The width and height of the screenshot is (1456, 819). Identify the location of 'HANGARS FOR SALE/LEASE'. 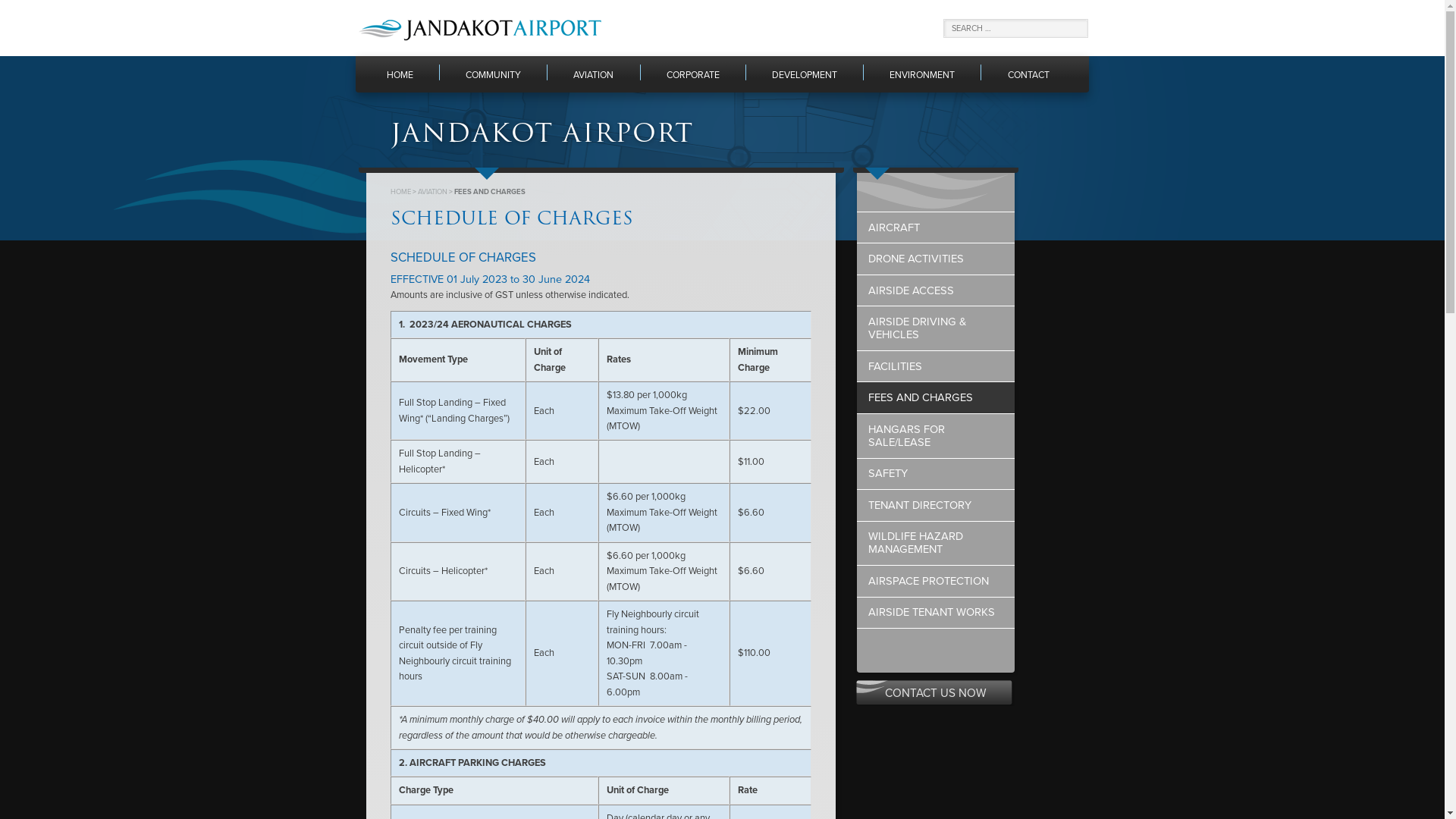
(934, 435).